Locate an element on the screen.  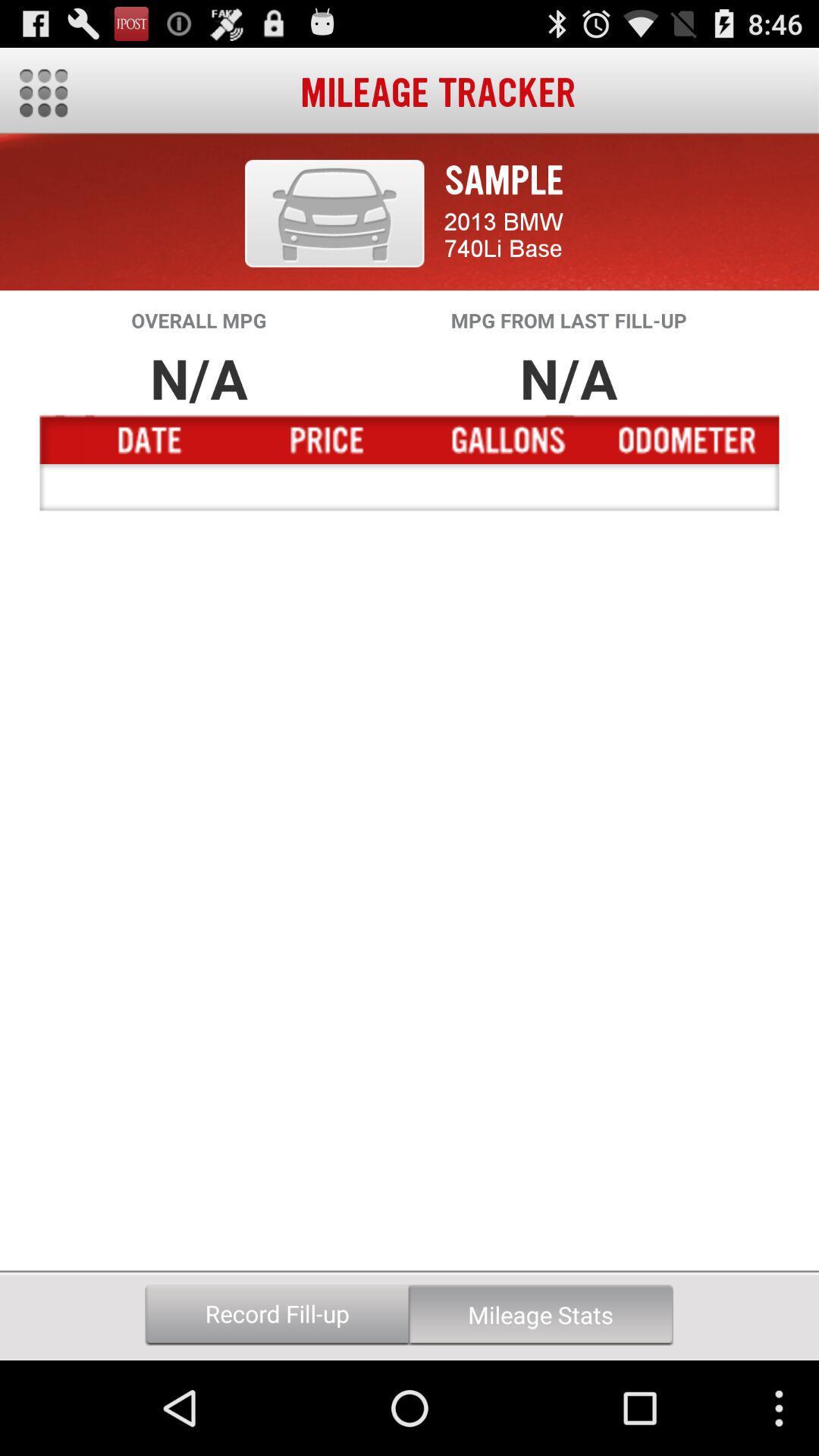
mileage stats button is located at coordinates (540, 1314).